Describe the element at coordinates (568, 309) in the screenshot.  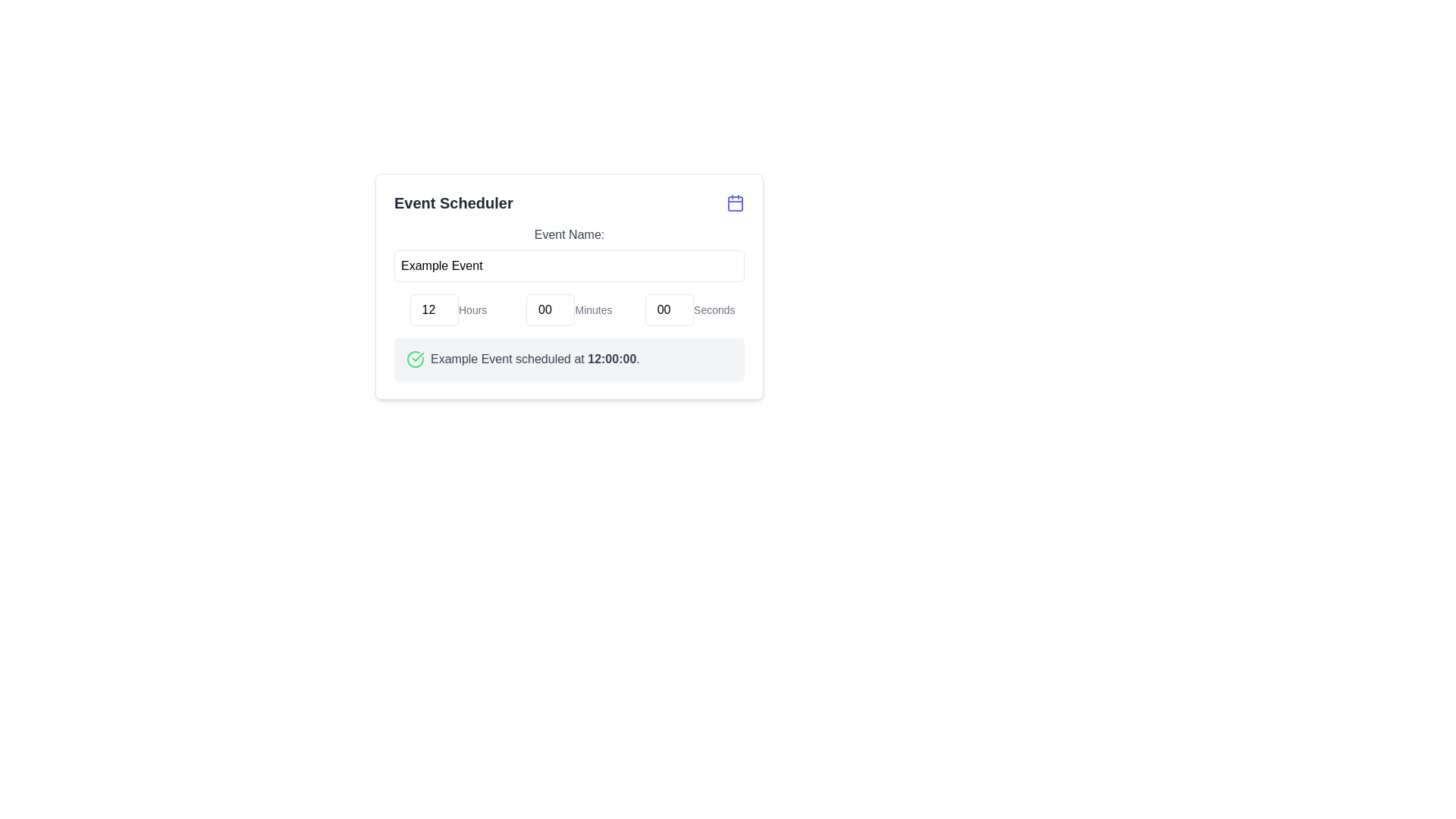
I see `the input field for specifying time located centrally within the 'Event Scheduler' card, below the 'Event Name' input field, to set focus` at that location.